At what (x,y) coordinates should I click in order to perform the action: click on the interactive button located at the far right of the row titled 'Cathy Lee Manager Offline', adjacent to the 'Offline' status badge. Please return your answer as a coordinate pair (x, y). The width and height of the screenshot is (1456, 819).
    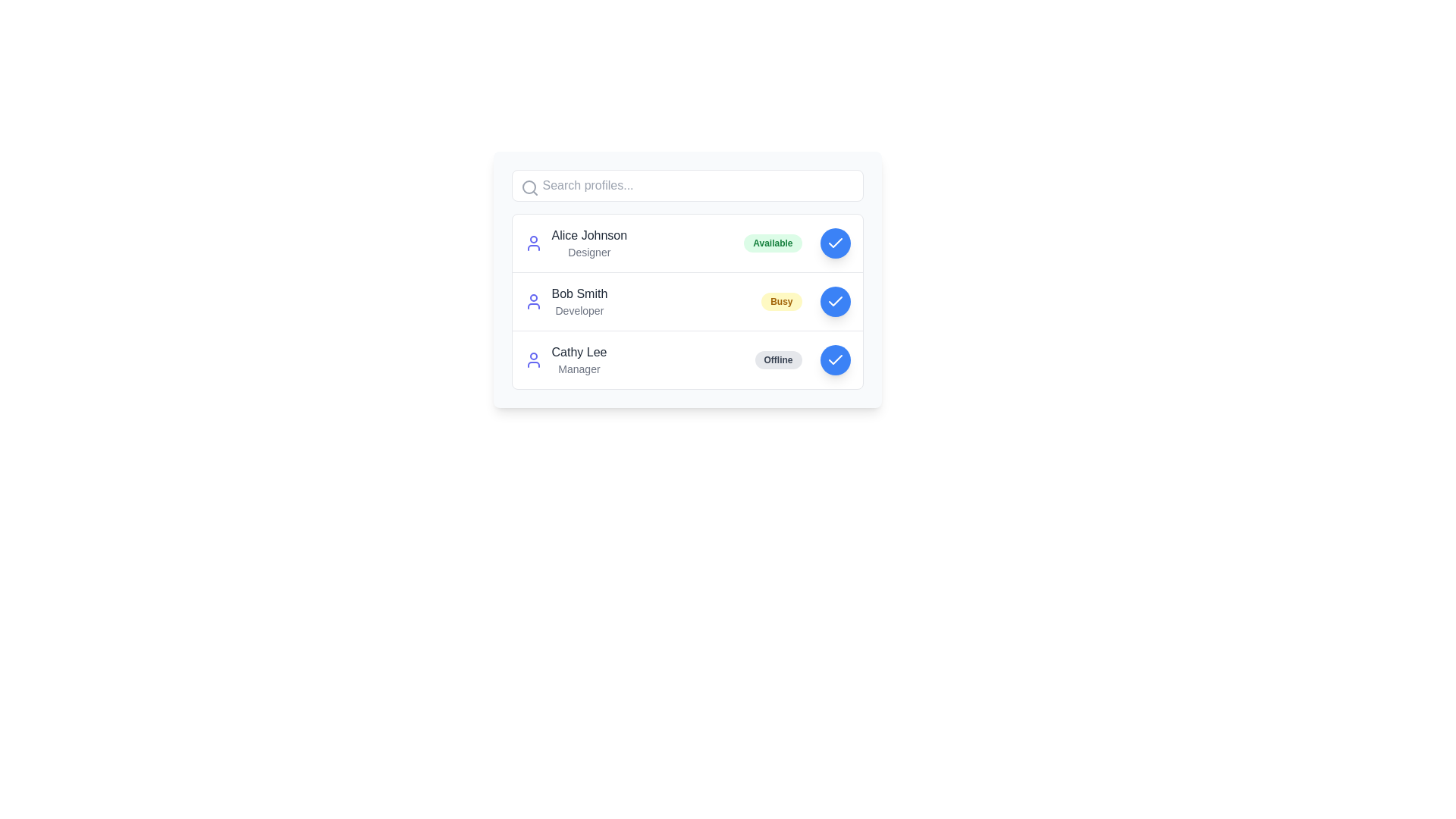
    Looking at the image, I should click on (834, 359).